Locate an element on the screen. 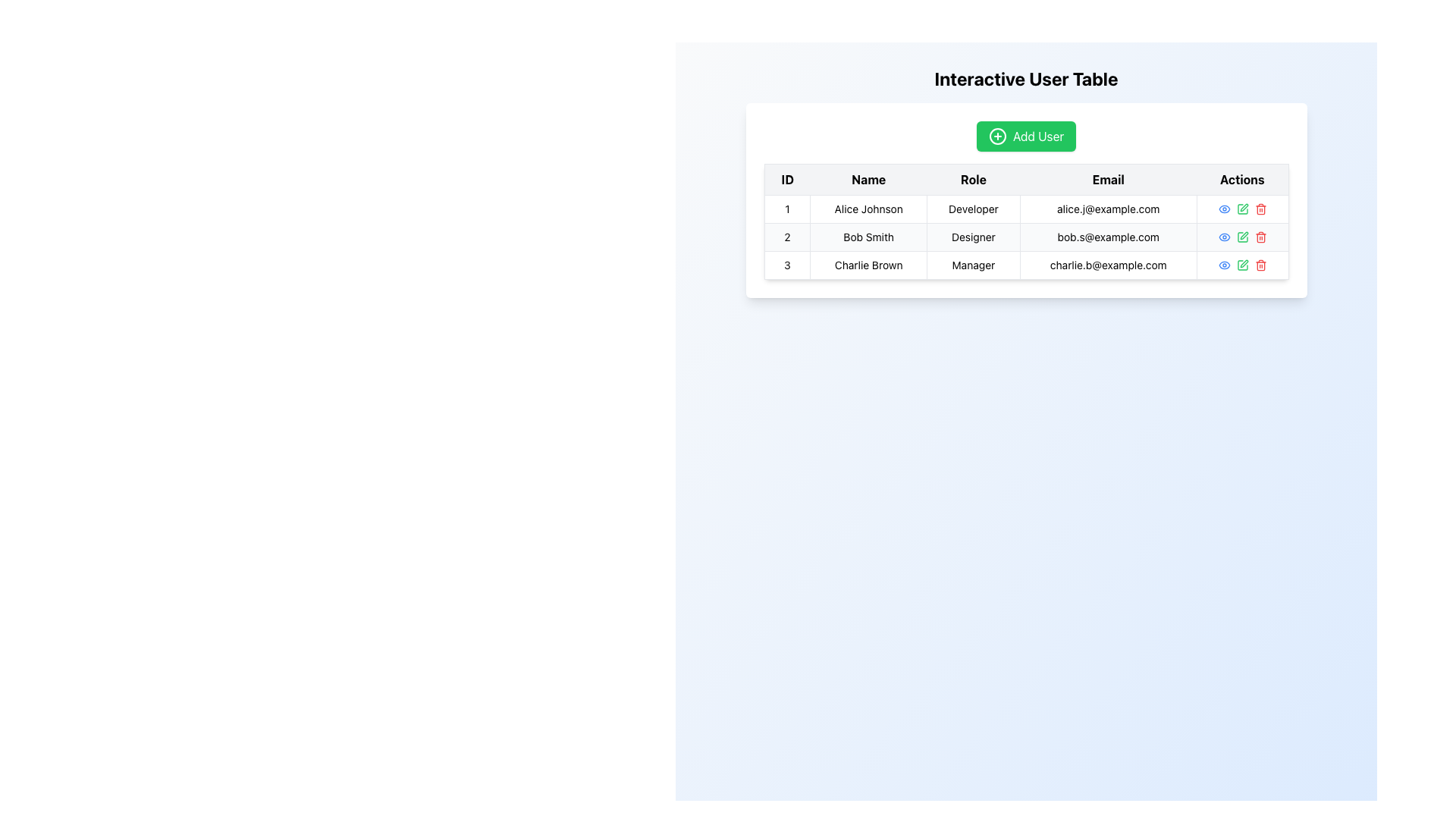  the text label displaying 'Charlie Brown' located in the third row of the table under the 'Name' column, positioned between ID '3' and role 'Manager' is located at coordinates (868, 265).